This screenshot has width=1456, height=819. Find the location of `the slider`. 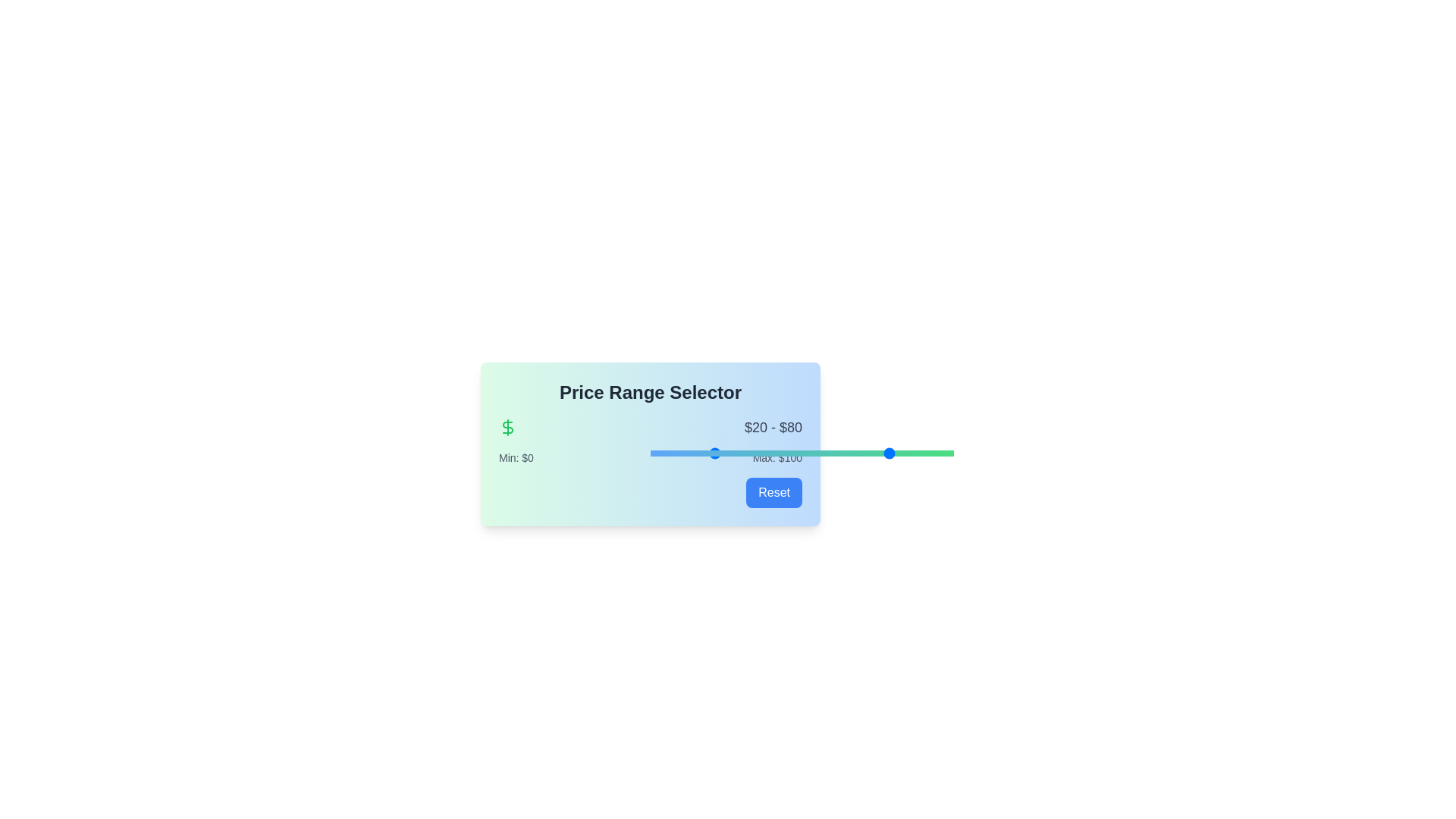

the slider is located at coordinates (676, 452).